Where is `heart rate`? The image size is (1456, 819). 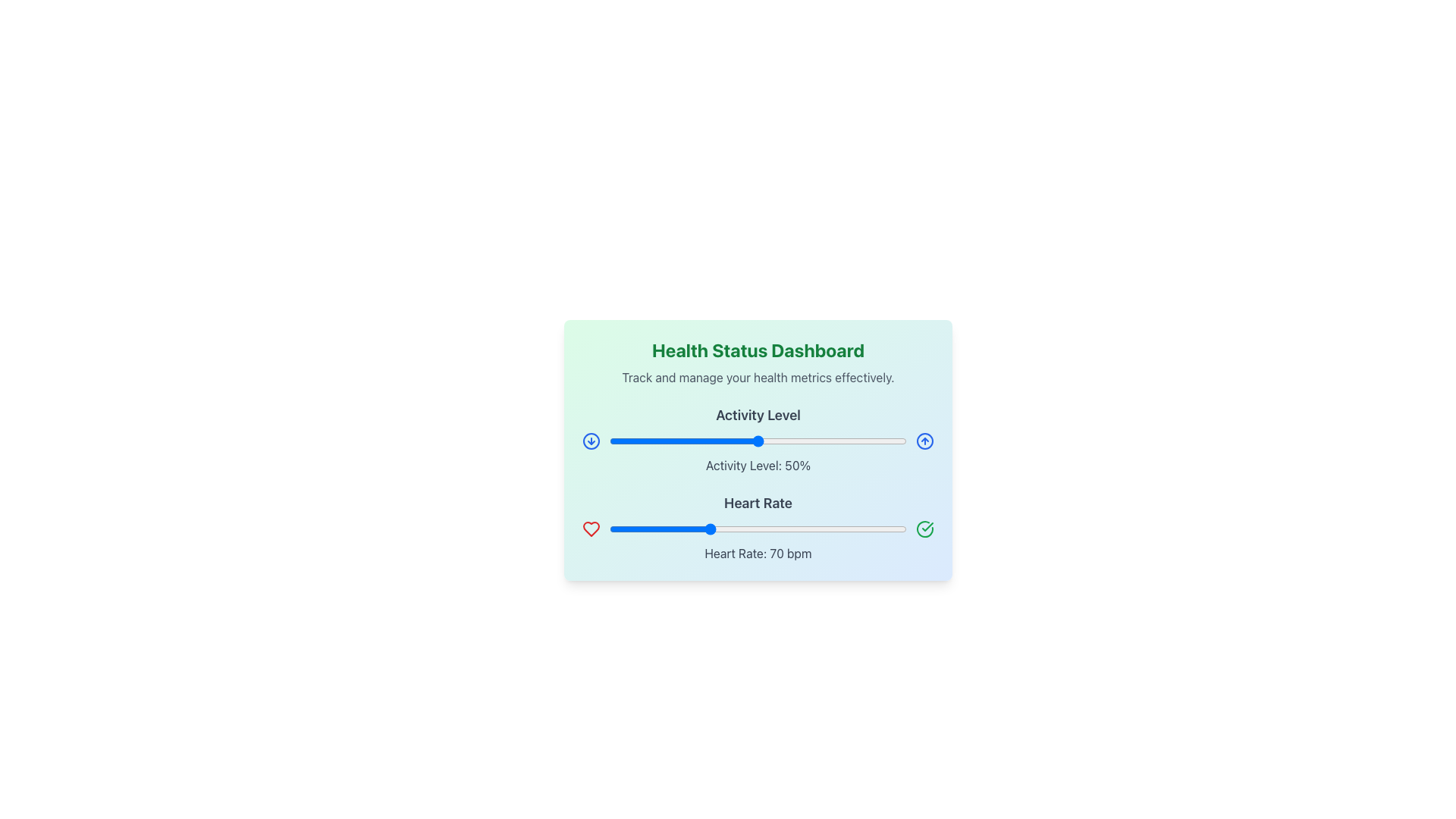 heart rate is located at coordinates (758, 529).